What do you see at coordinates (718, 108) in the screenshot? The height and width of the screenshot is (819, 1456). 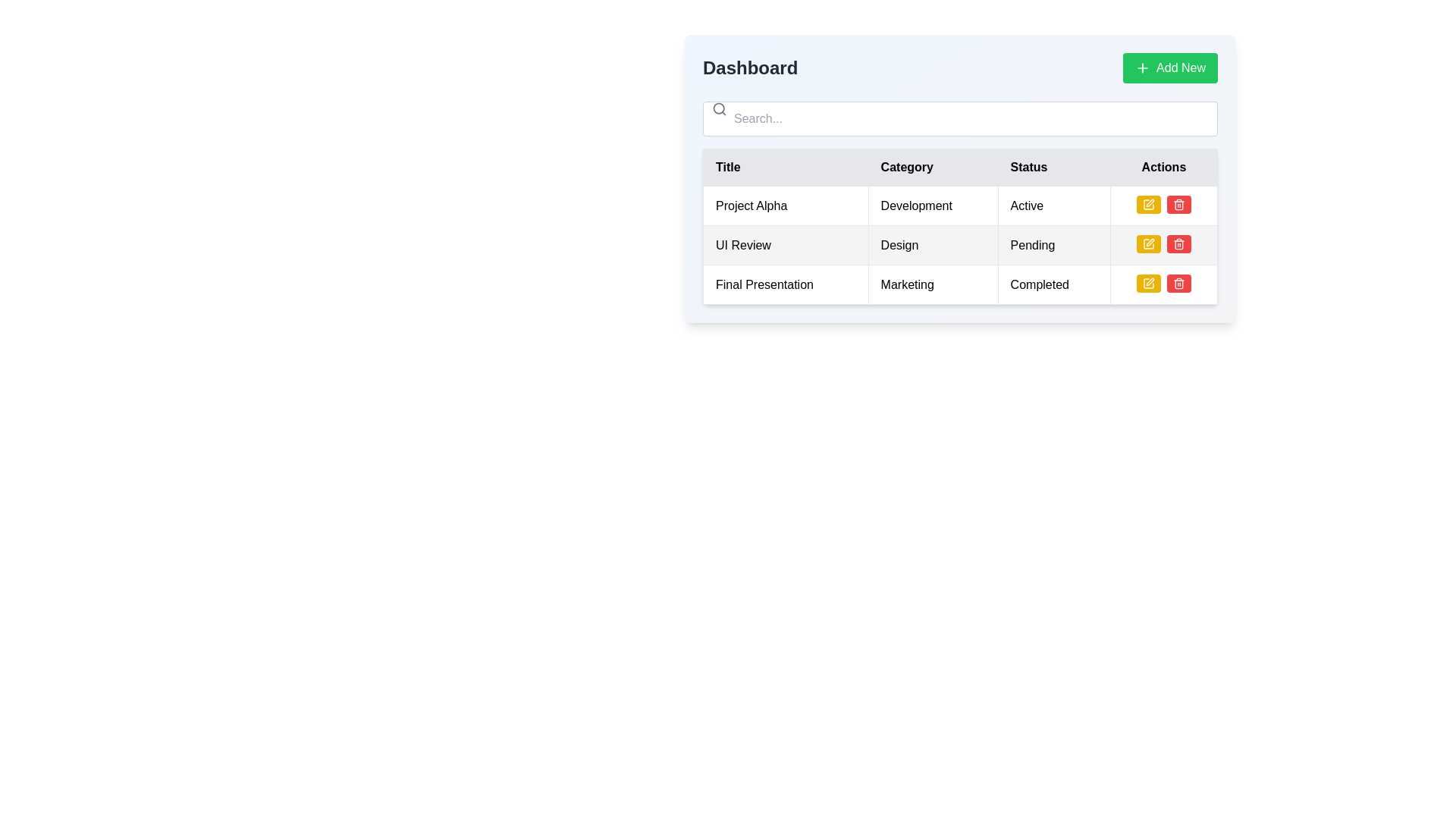 I see `the lens component of the magnifying glass icon, which is centrally located within the circular part of the icon, adjacent to the 'Search...' input field` at bounding box center [718, 108].